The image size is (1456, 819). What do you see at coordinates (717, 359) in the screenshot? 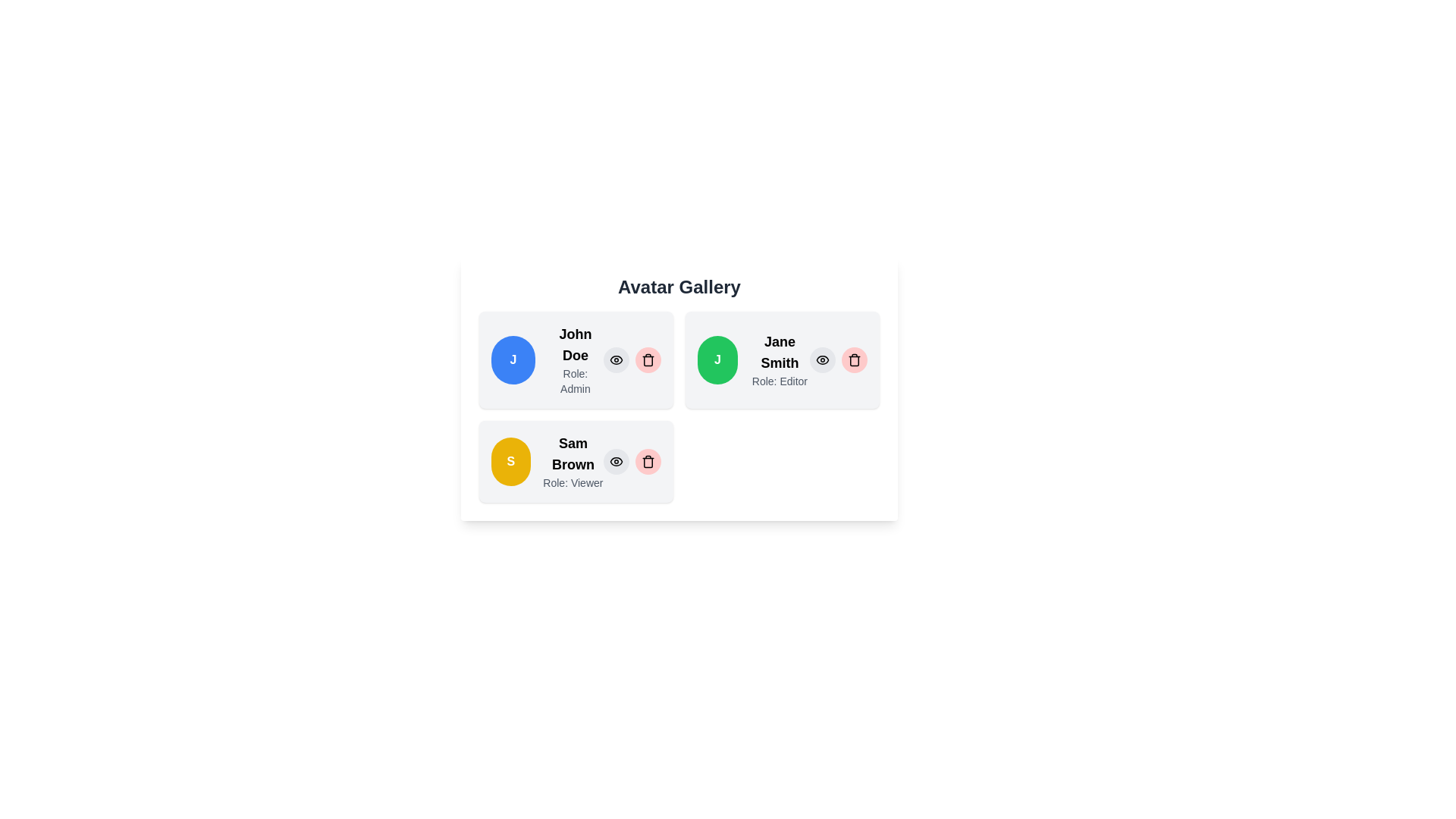
I see `the user avatar, which visually identifies the user with initials, located to the left of 'Jane Smith' and above 'Role: Editor' in the user card` at bounding box center [717, 359].